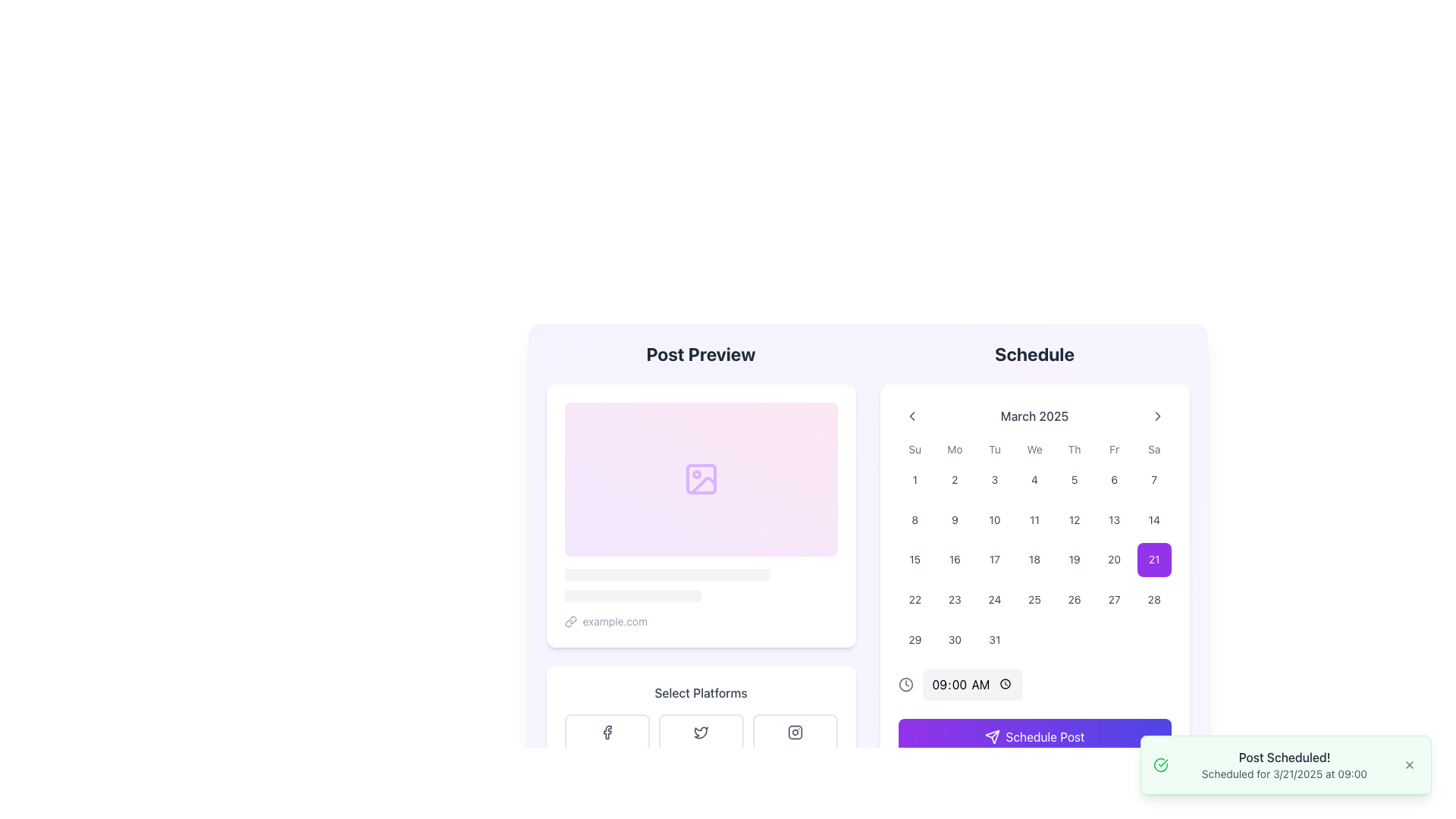 The image size is (1456, 819). What do you see at coordinates (1034, 480) in the screenshot?
I see `the square-shaped button with a rounded border and the number '4'` at bounding box center [1034, 480].